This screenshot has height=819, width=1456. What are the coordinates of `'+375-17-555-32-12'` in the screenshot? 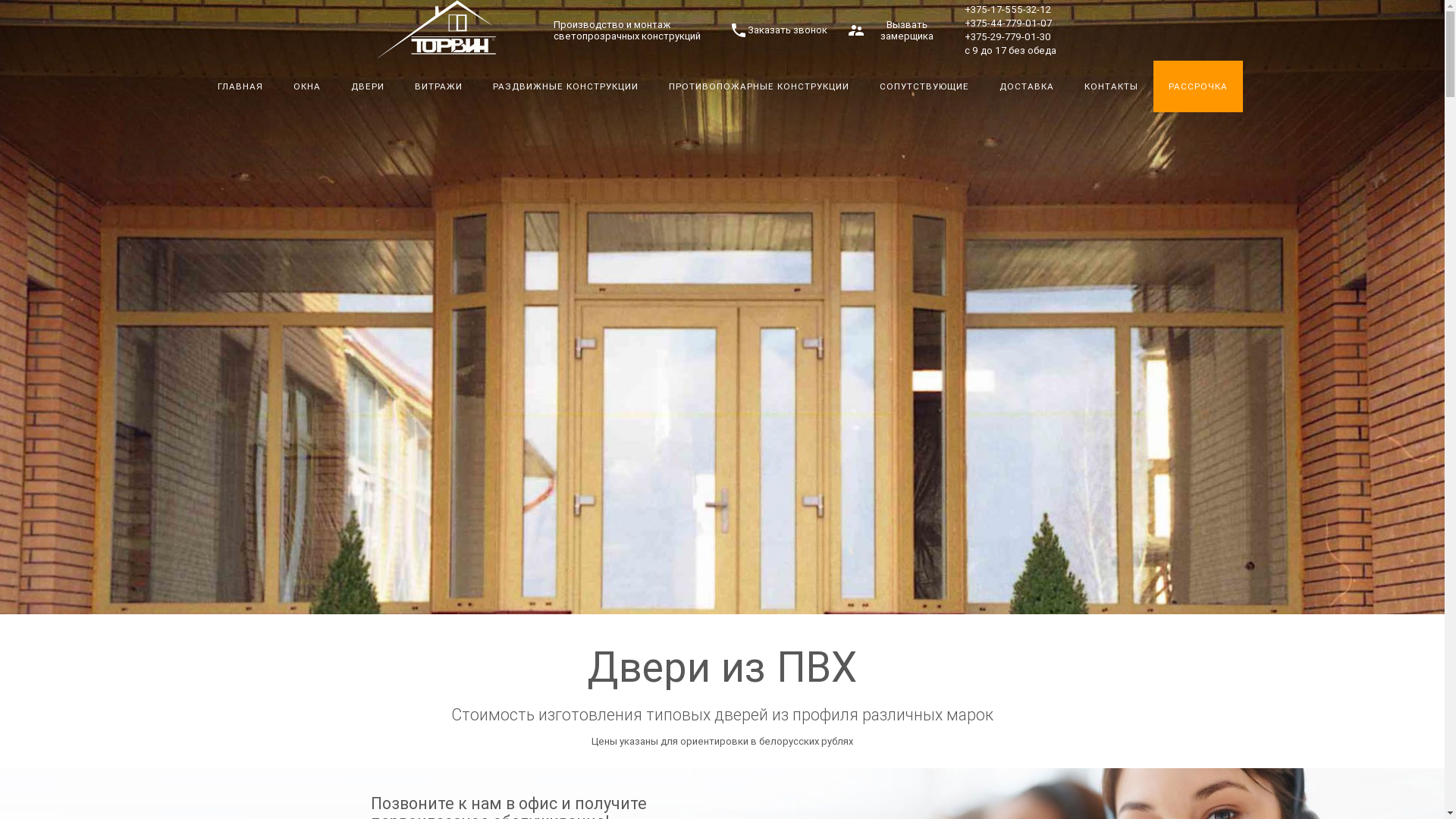 It's located at (1008, 9).